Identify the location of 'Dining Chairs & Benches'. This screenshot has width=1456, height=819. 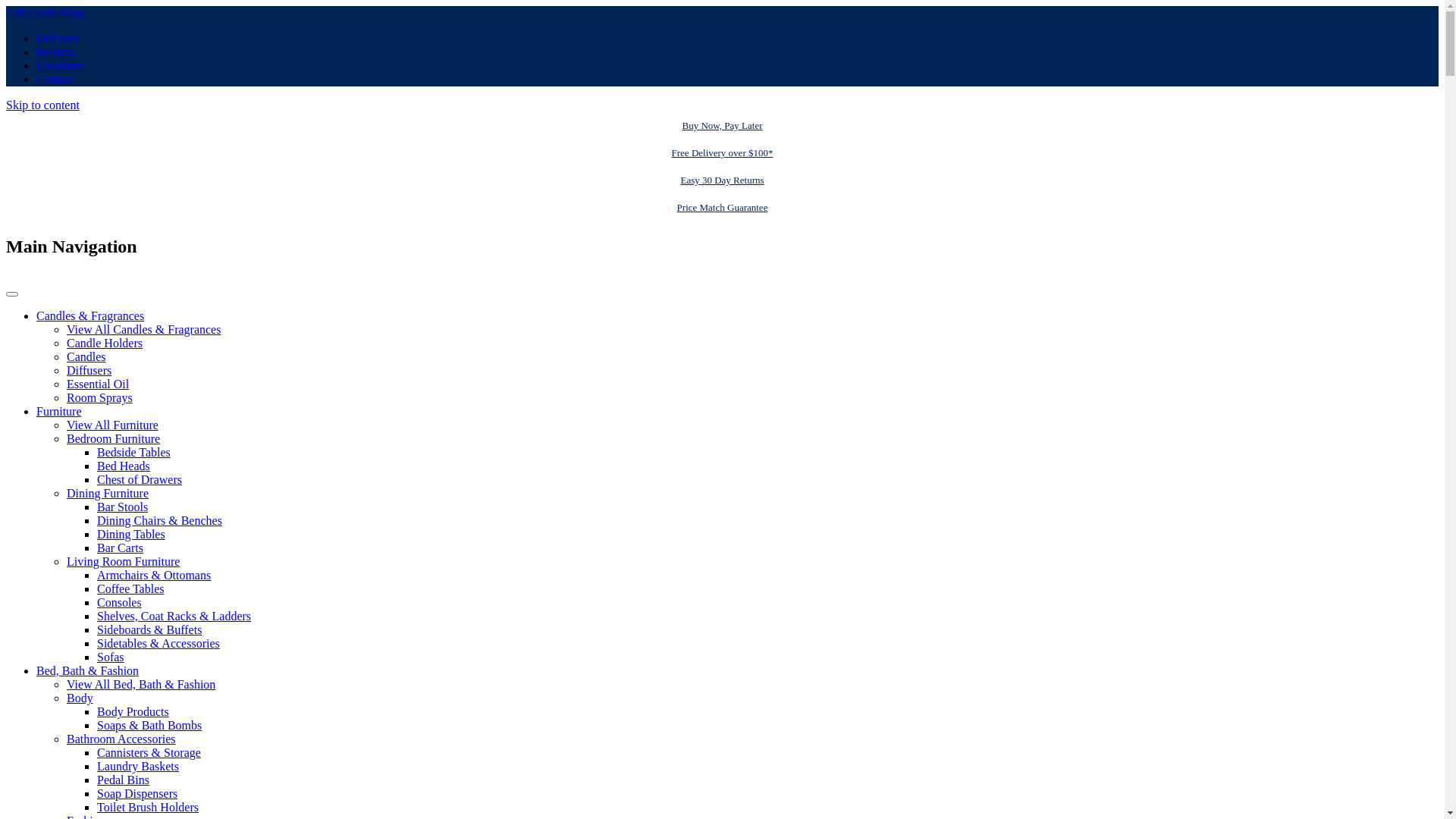
(159, 519).